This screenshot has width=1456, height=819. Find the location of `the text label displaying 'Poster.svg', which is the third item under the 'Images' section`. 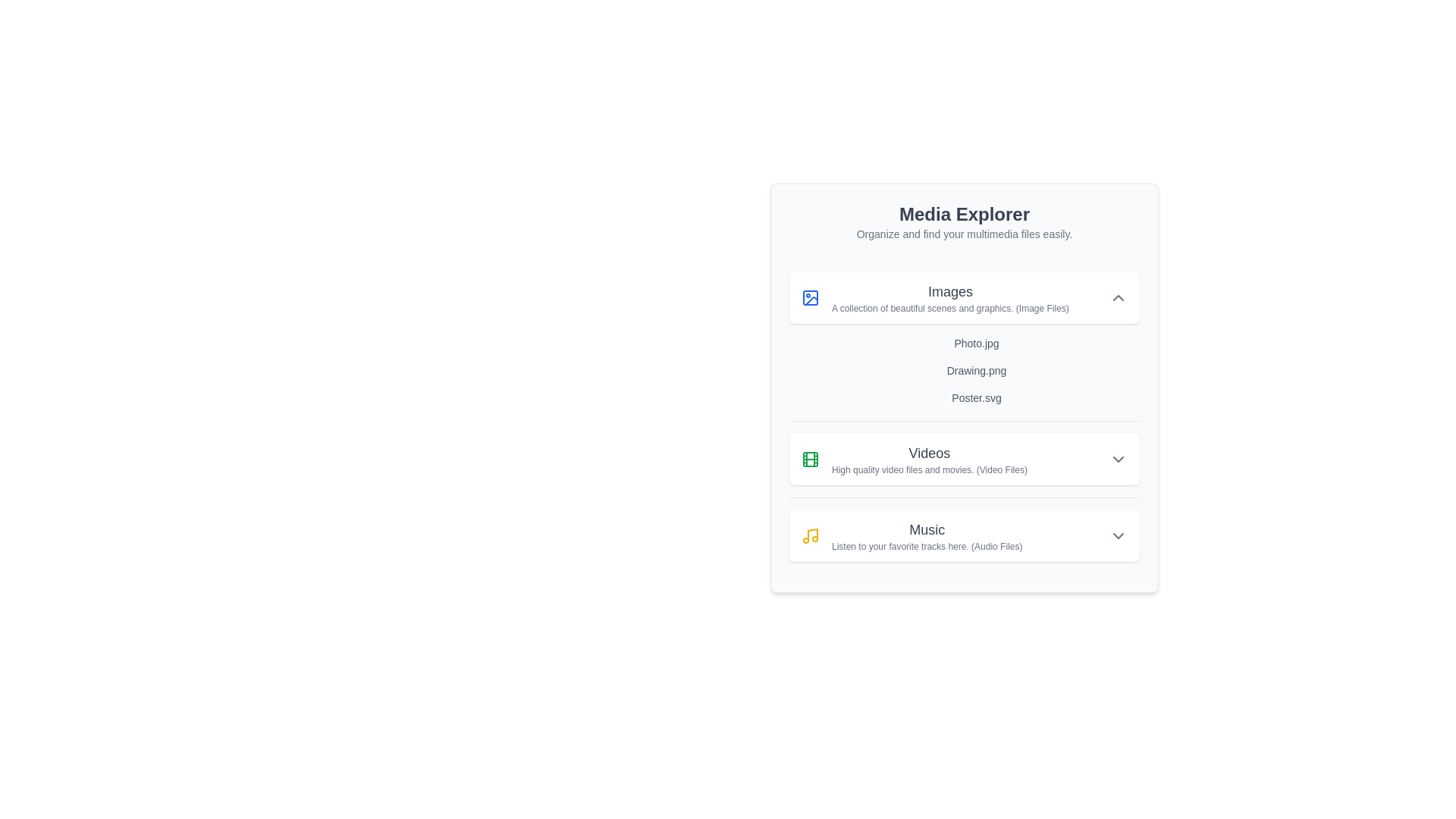

the text label displaying 'Poster.svg', which is the third item under the 'Images' section is located at coordinates (976, 397).